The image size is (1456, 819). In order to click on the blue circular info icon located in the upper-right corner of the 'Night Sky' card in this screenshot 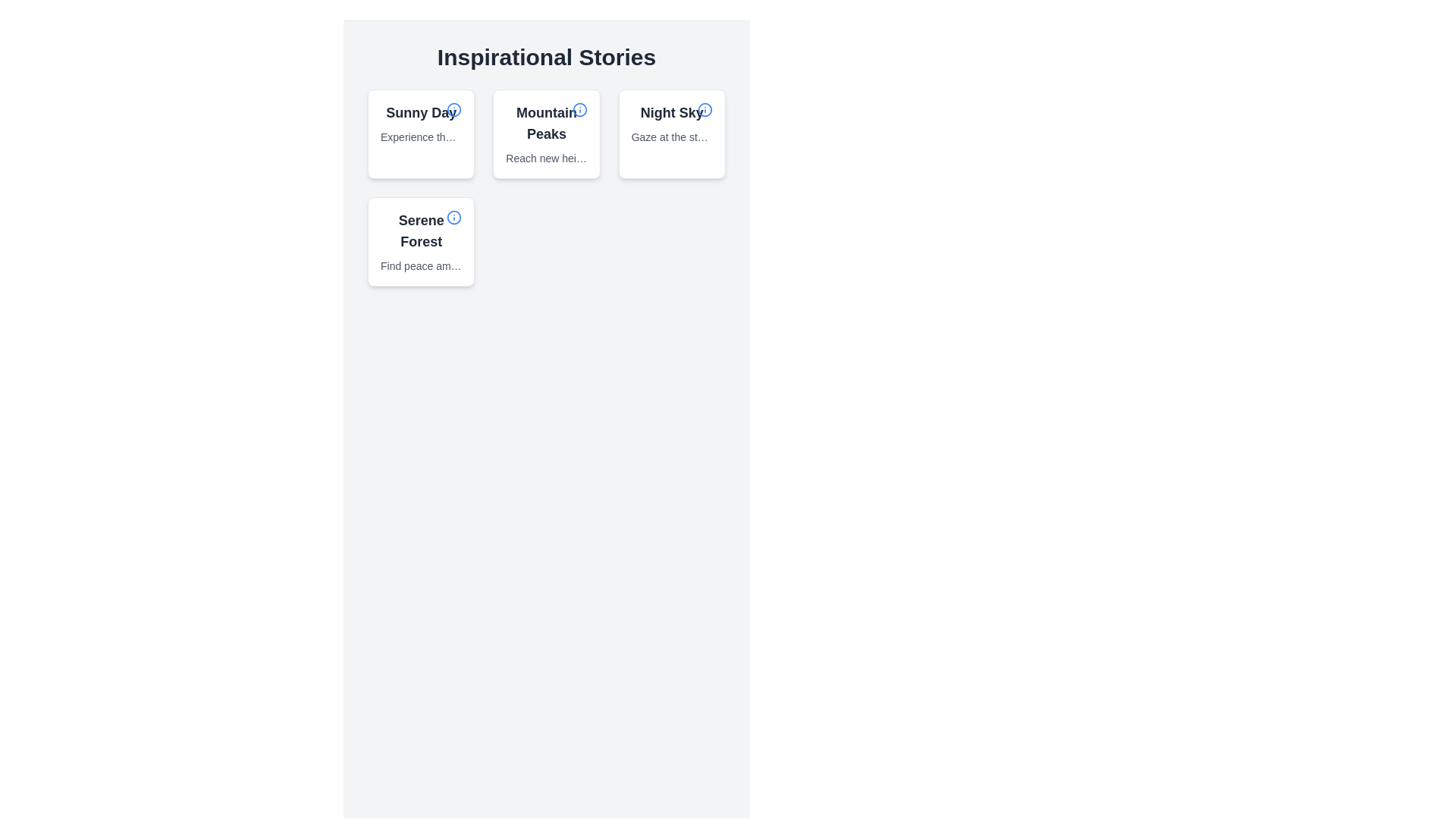, I will do `click(704, 109)`.